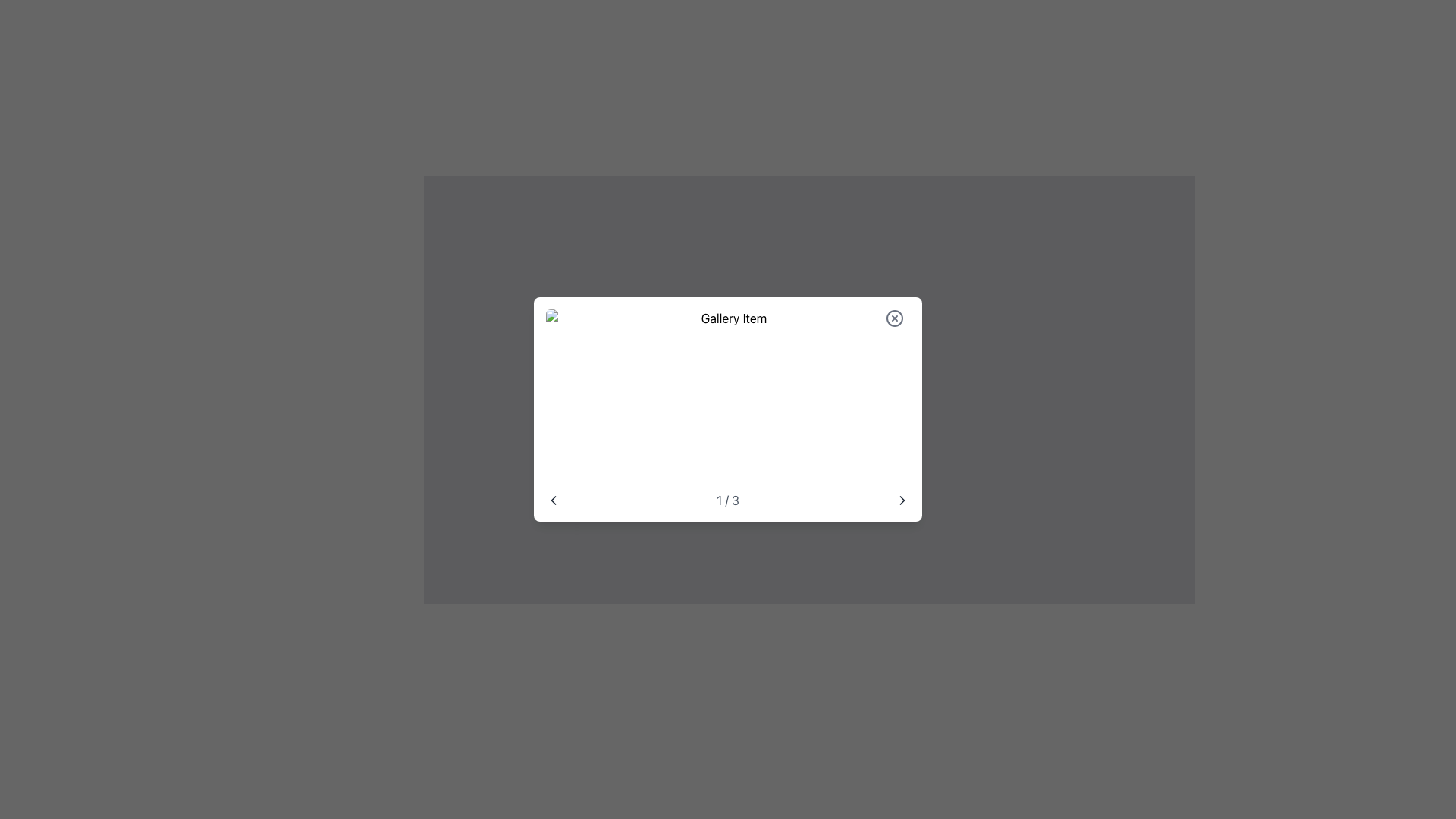 The height and width of the screenshot is (819, 1456). What do you see at coordinates (552, 500) in the screenshot?
I see `the pagination button located at the bottom left of the pagination controls, which allows users` at bounding box center [552, 500].